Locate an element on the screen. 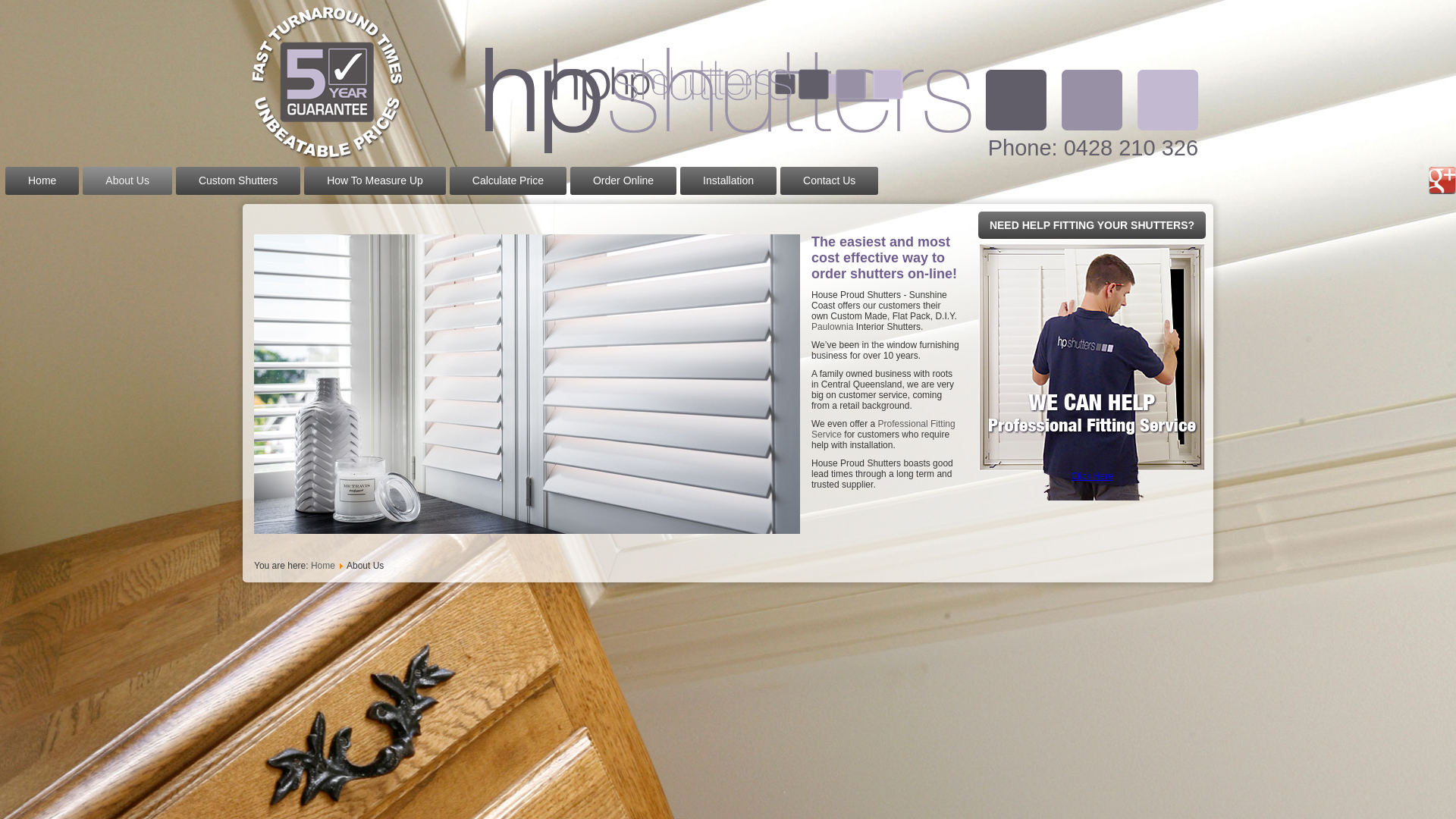 Image resolution: width=1456 pixels, height=819 pixels. 'About Us' is located at coordinates (82, 180).